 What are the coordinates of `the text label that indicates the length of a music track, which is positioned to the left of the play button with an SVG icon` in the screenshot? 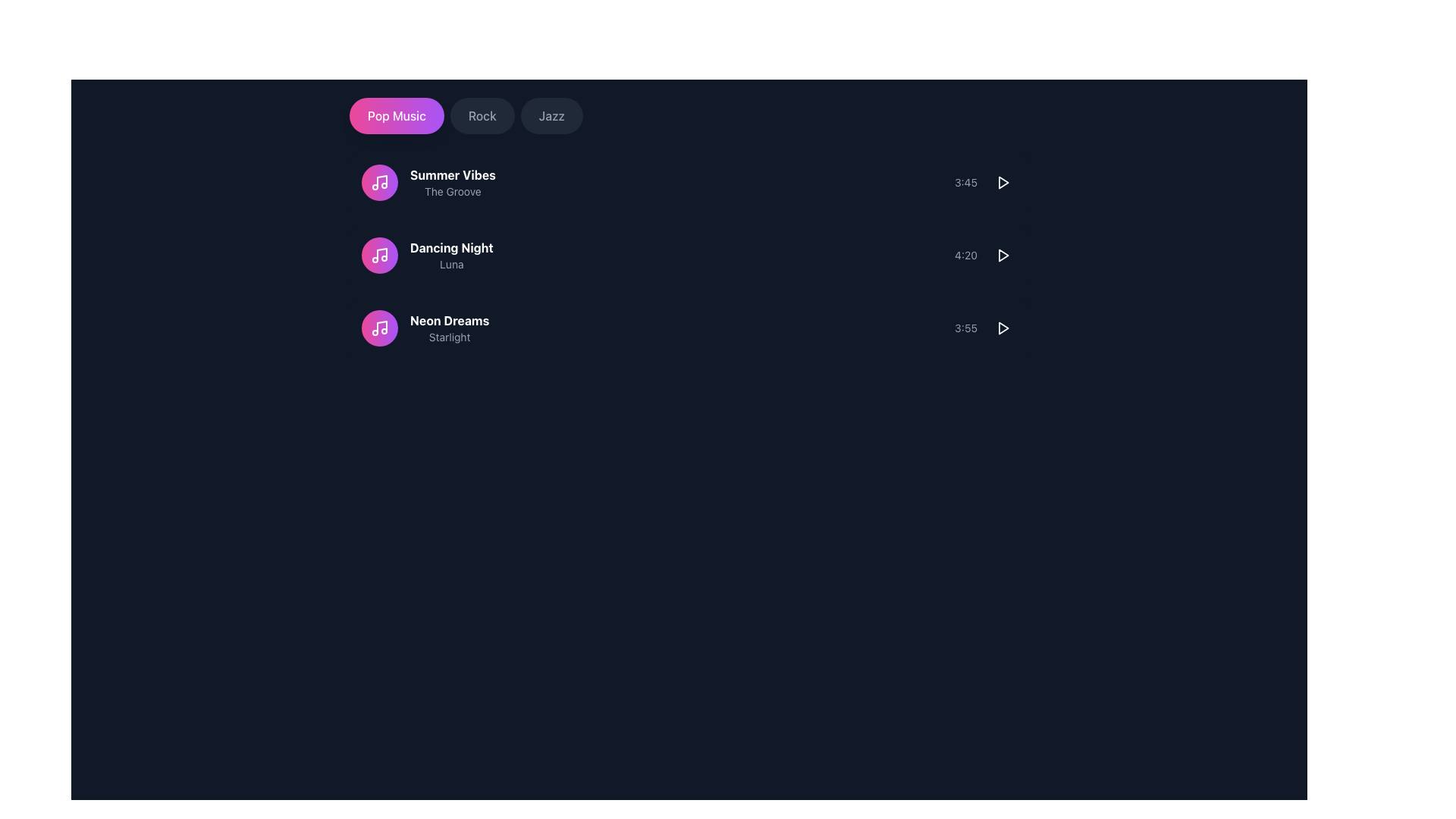 It's located at (965, 327).